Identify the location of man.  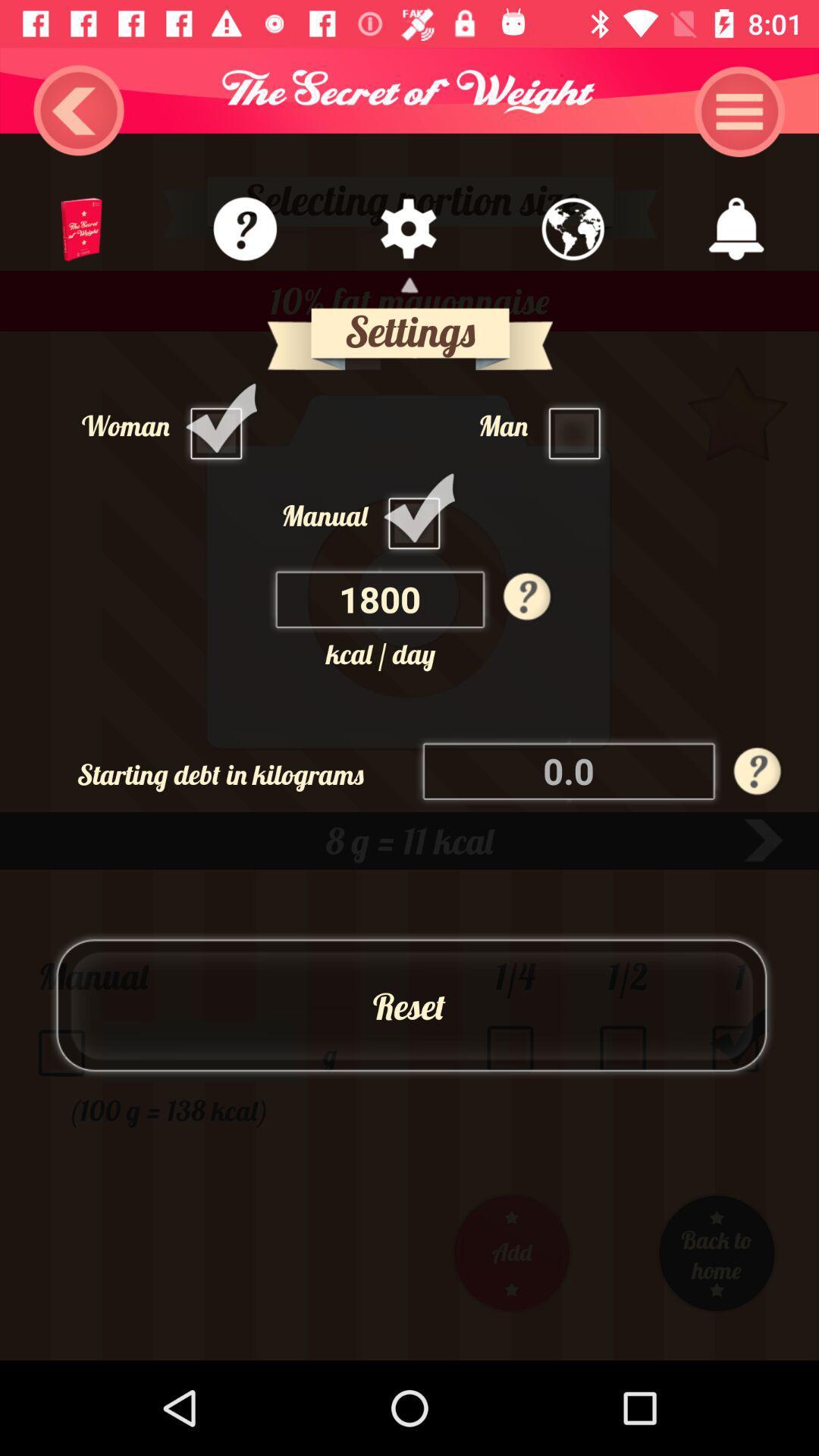
(579, 425).